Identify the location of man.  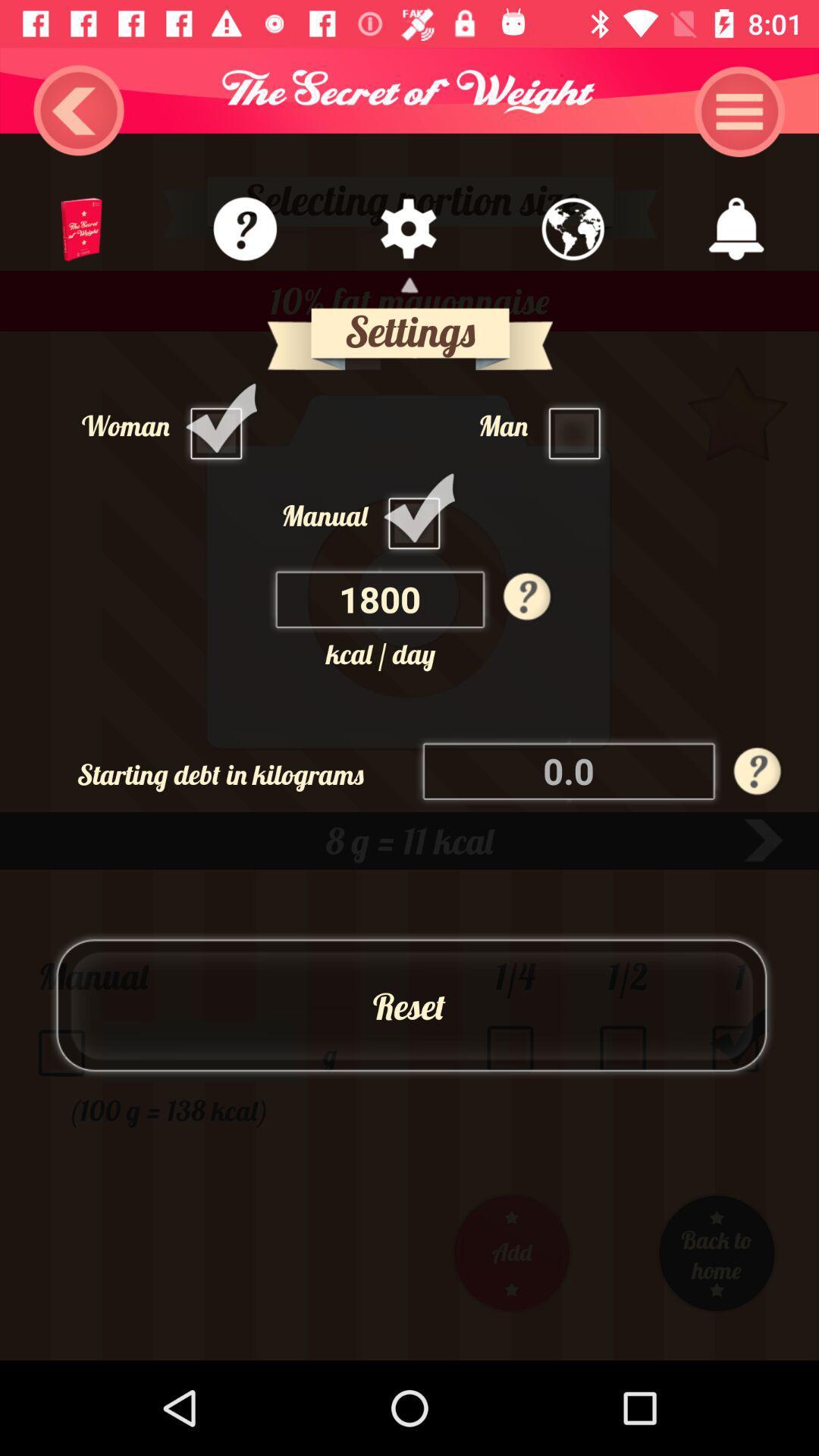
(579, 425).